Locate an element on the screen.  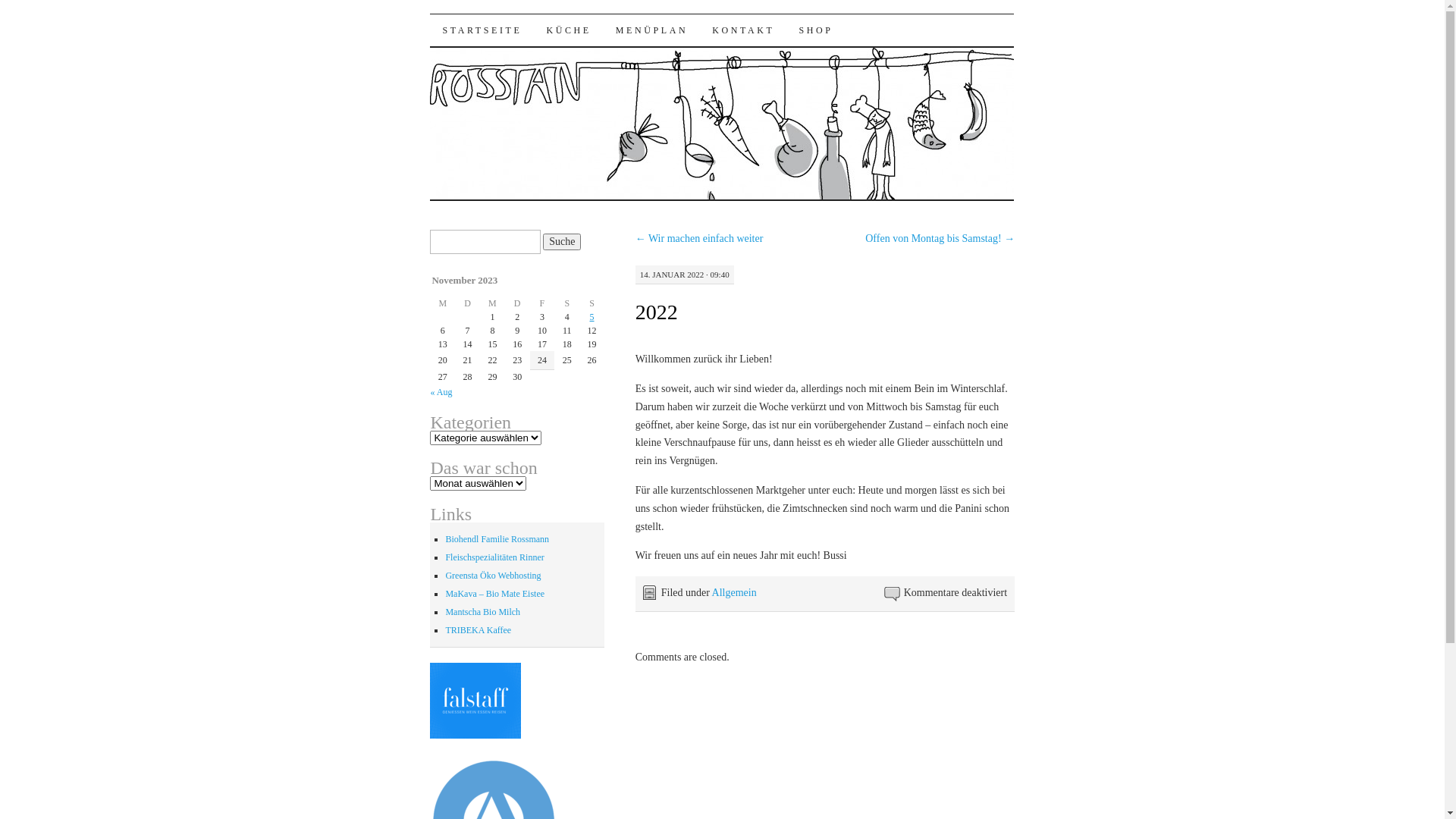
'SHOP' is located at coordinates (814, 30).